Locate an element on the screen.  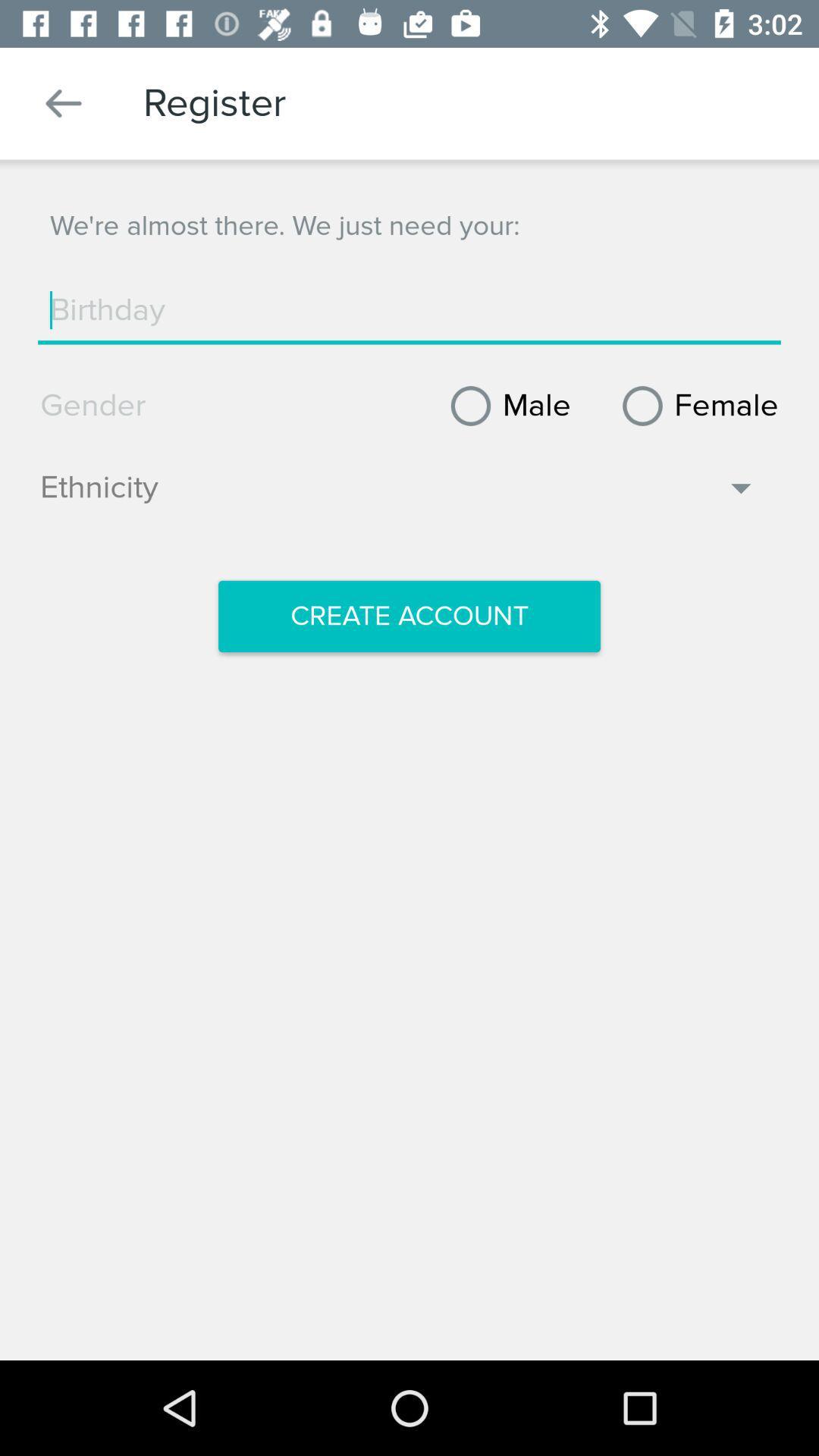
the icon to the left of female is located at coordinates (505, 406).